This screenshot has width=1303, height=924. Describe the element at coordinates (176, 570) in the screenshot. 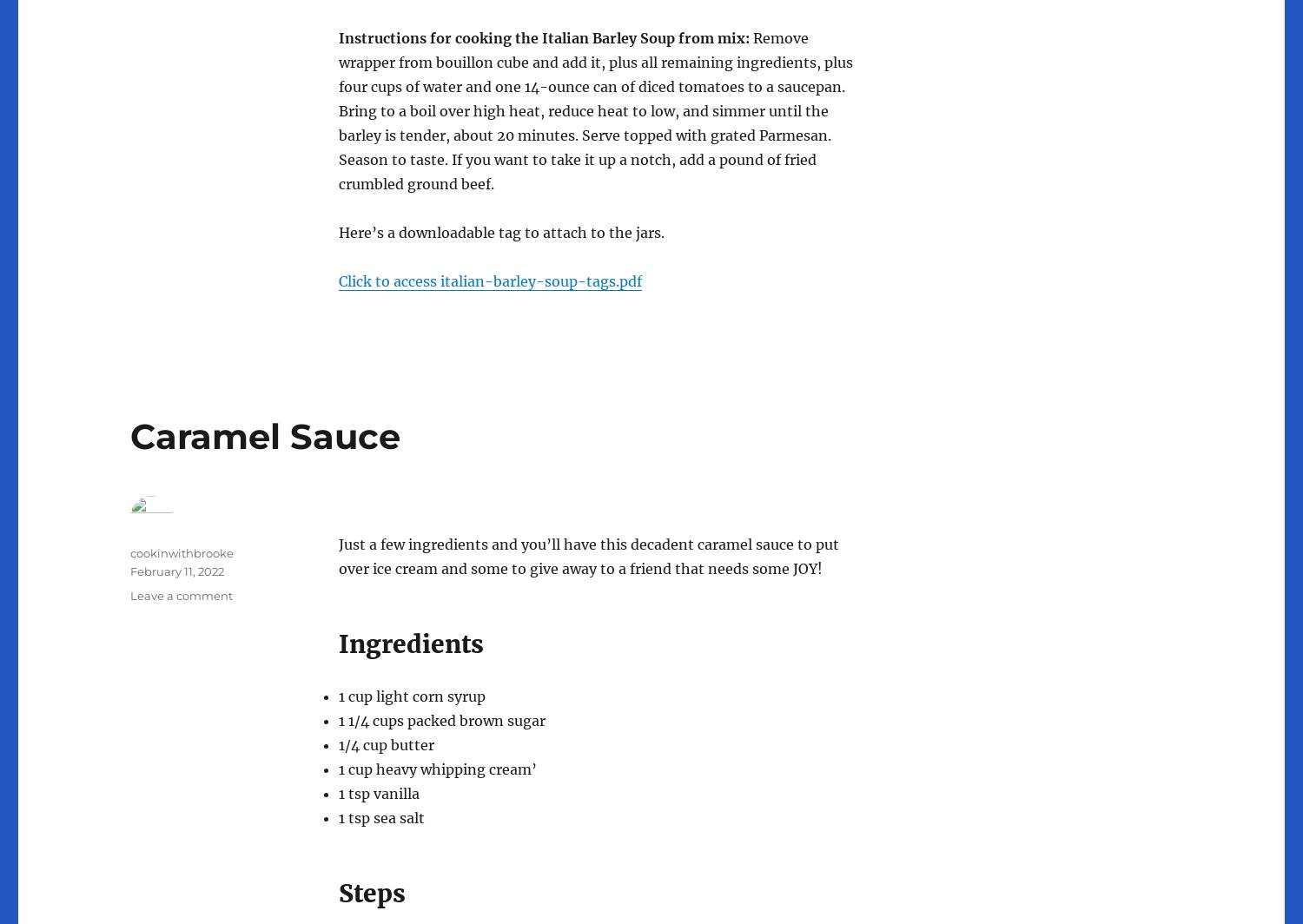

I see `'February 11, 2022'` at that location.